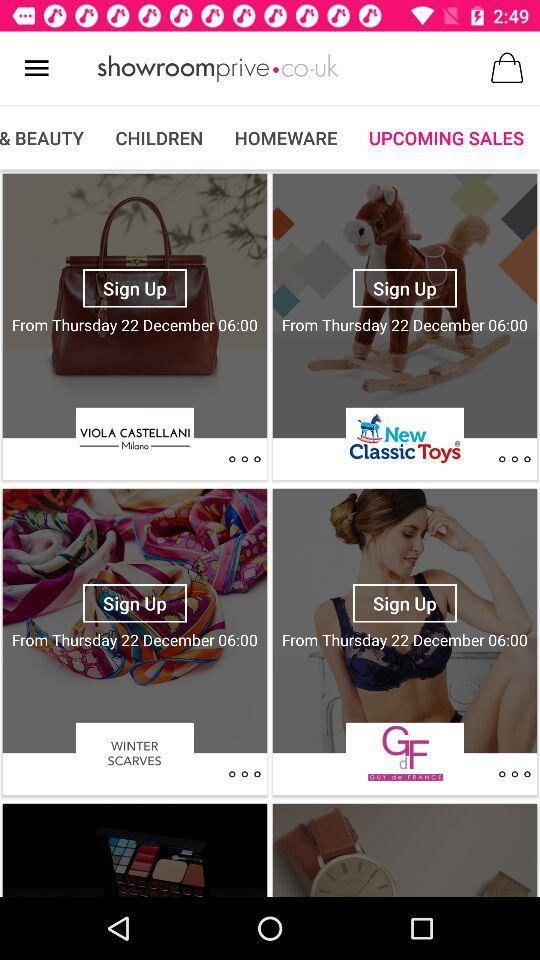 The height and width of the screenshot is (960, 540). What do you see at coordinates (217, 68) in the screenshot?
I see `make advertisement` at bounding box center [217, 68].